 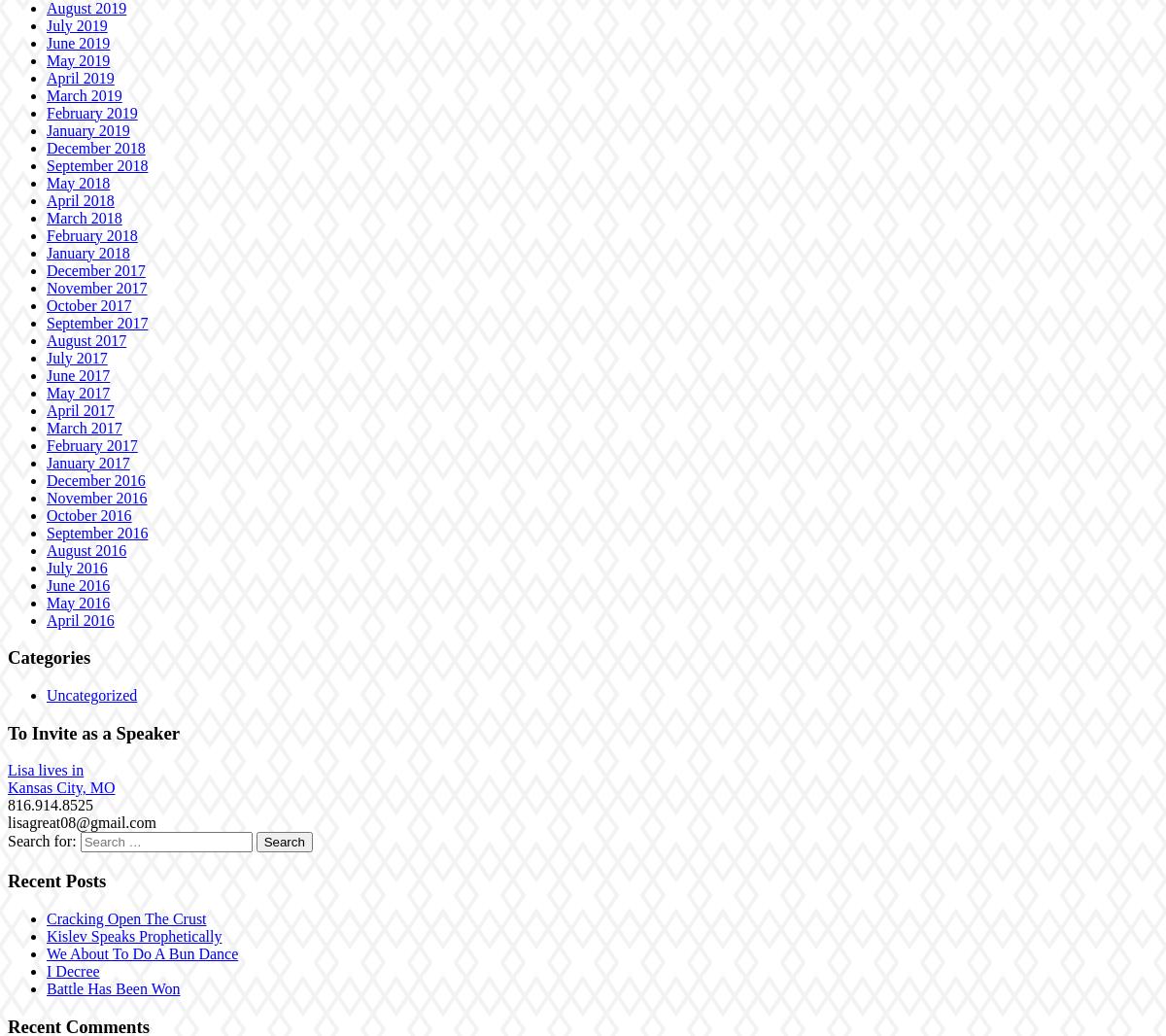 What do you see at coordinates (76, 357) in the screenshot?
I see `'July 2017'` at bounding box center [76, 357].